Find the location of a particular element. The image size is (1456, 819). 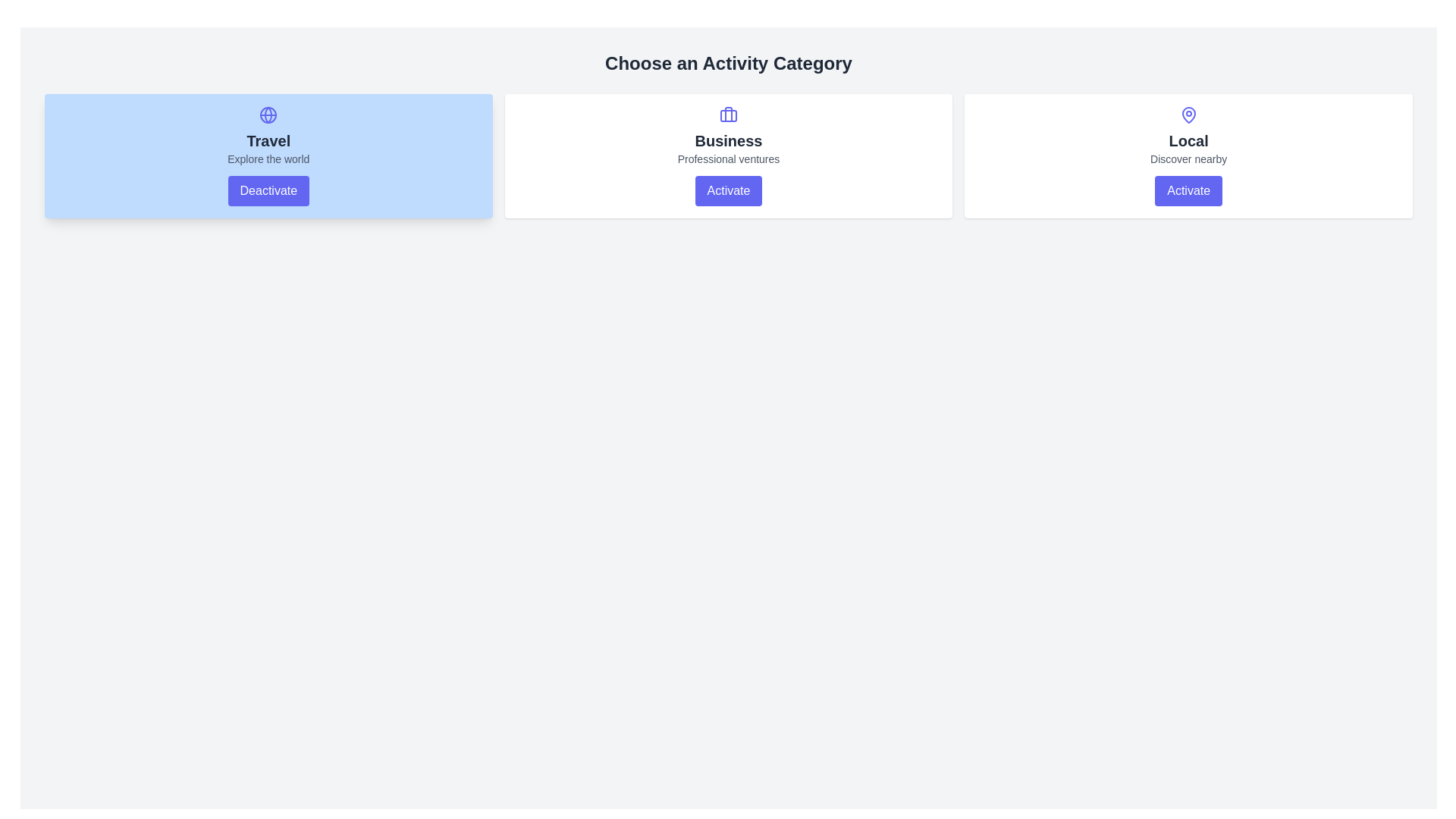

the Text label that provides a brief description for the 'Business' section, located within the 'Business' card, below the title 'Business' and above the 'Activate' button is located at coordinates (728, 158).